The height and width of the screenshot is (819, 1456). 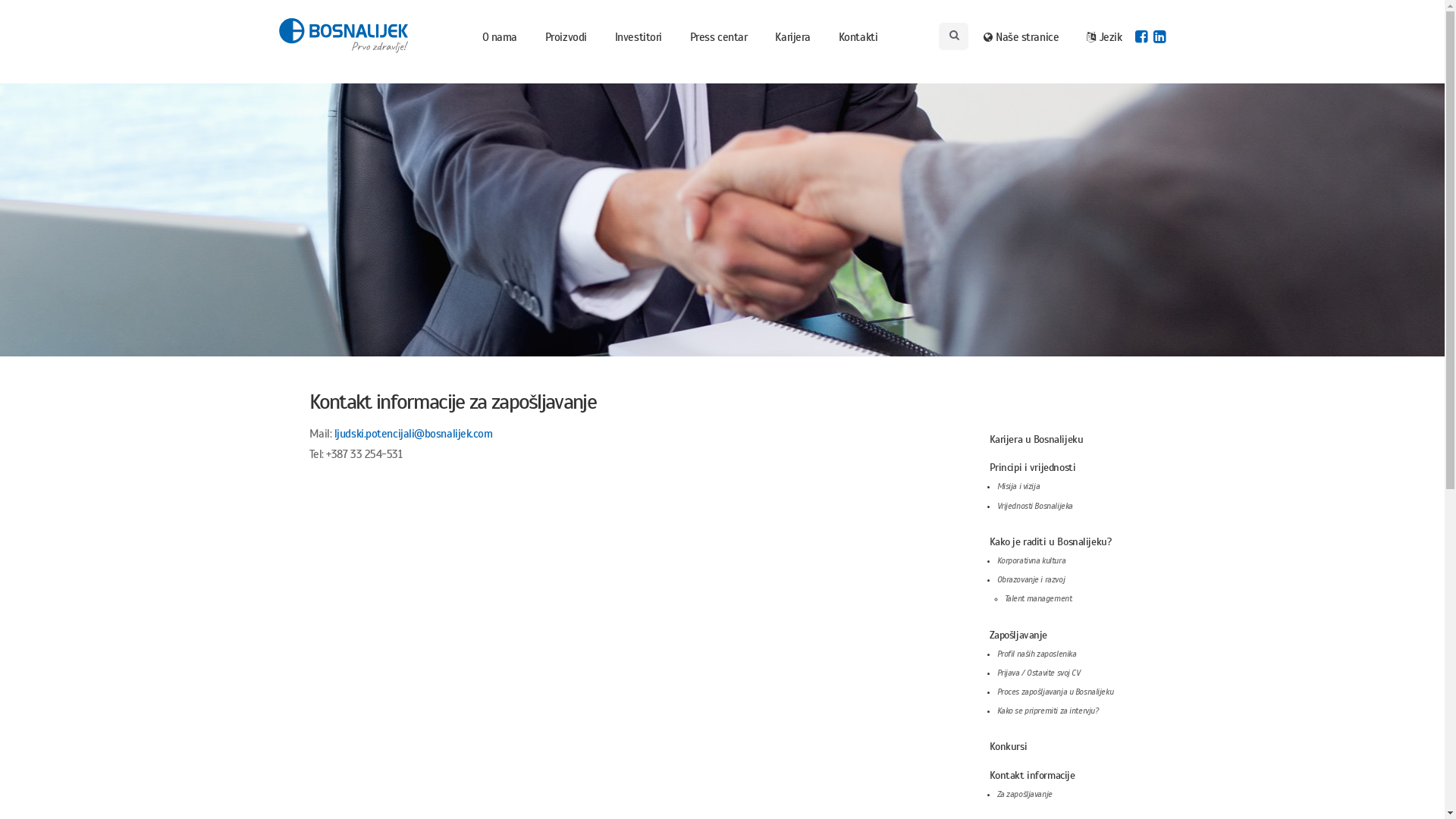 I want to click on 'Principi i vrijednosti', so click(x=989, y=466).